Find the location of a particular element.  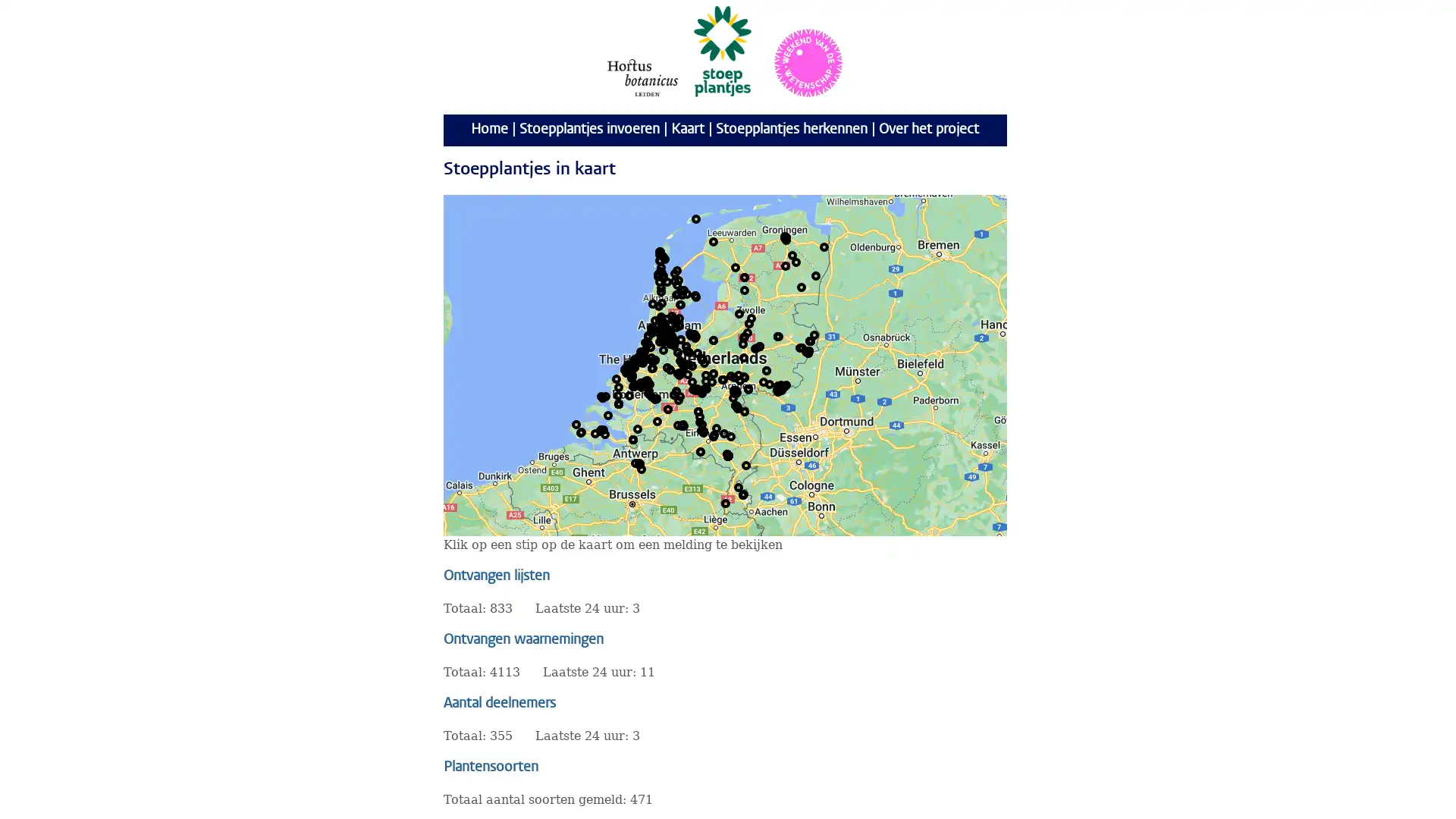

Telling van Rinus op 04 februari 2022 is located at coordinates (677, 399).